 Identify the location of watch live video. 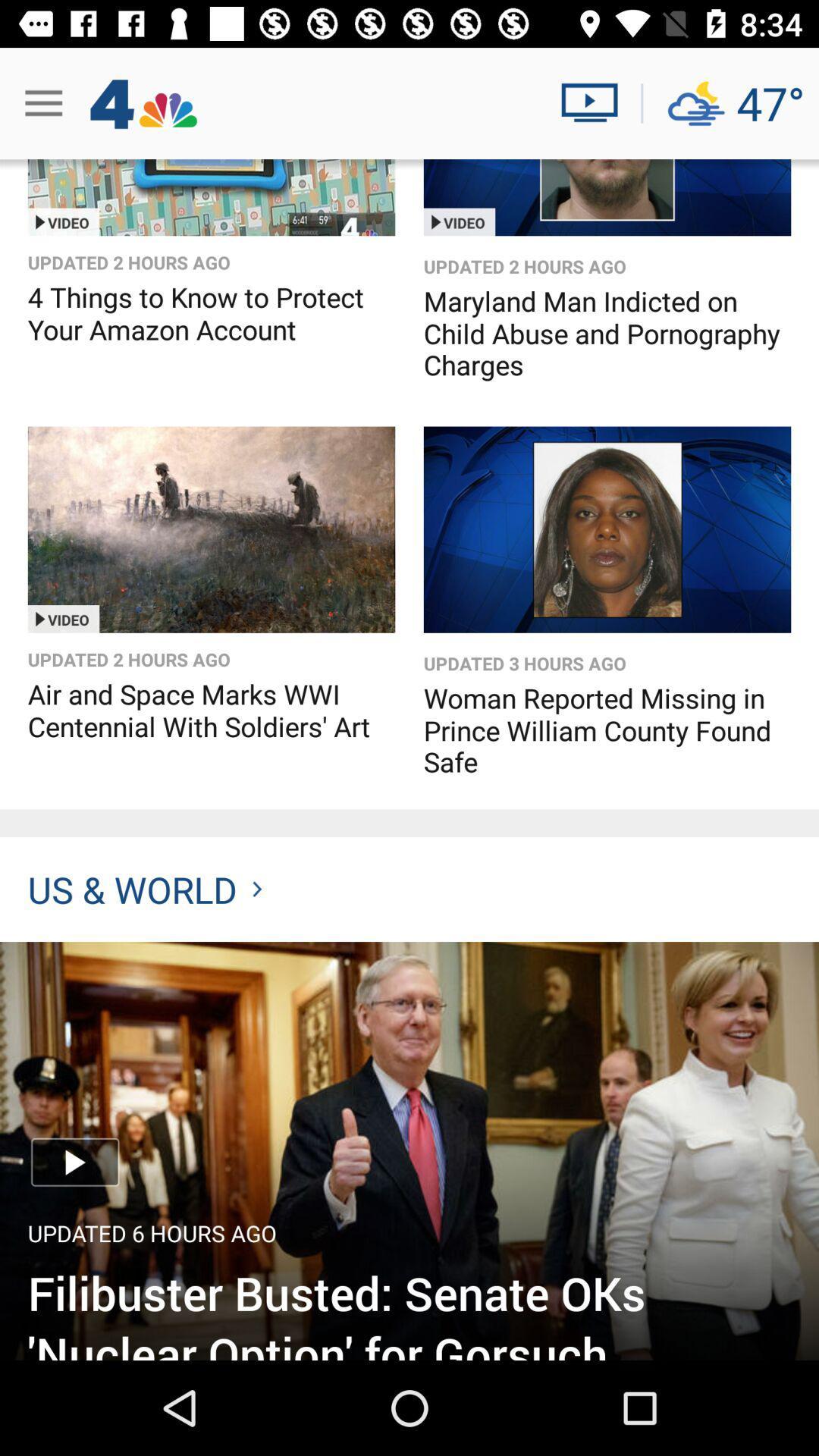
(595, 102).